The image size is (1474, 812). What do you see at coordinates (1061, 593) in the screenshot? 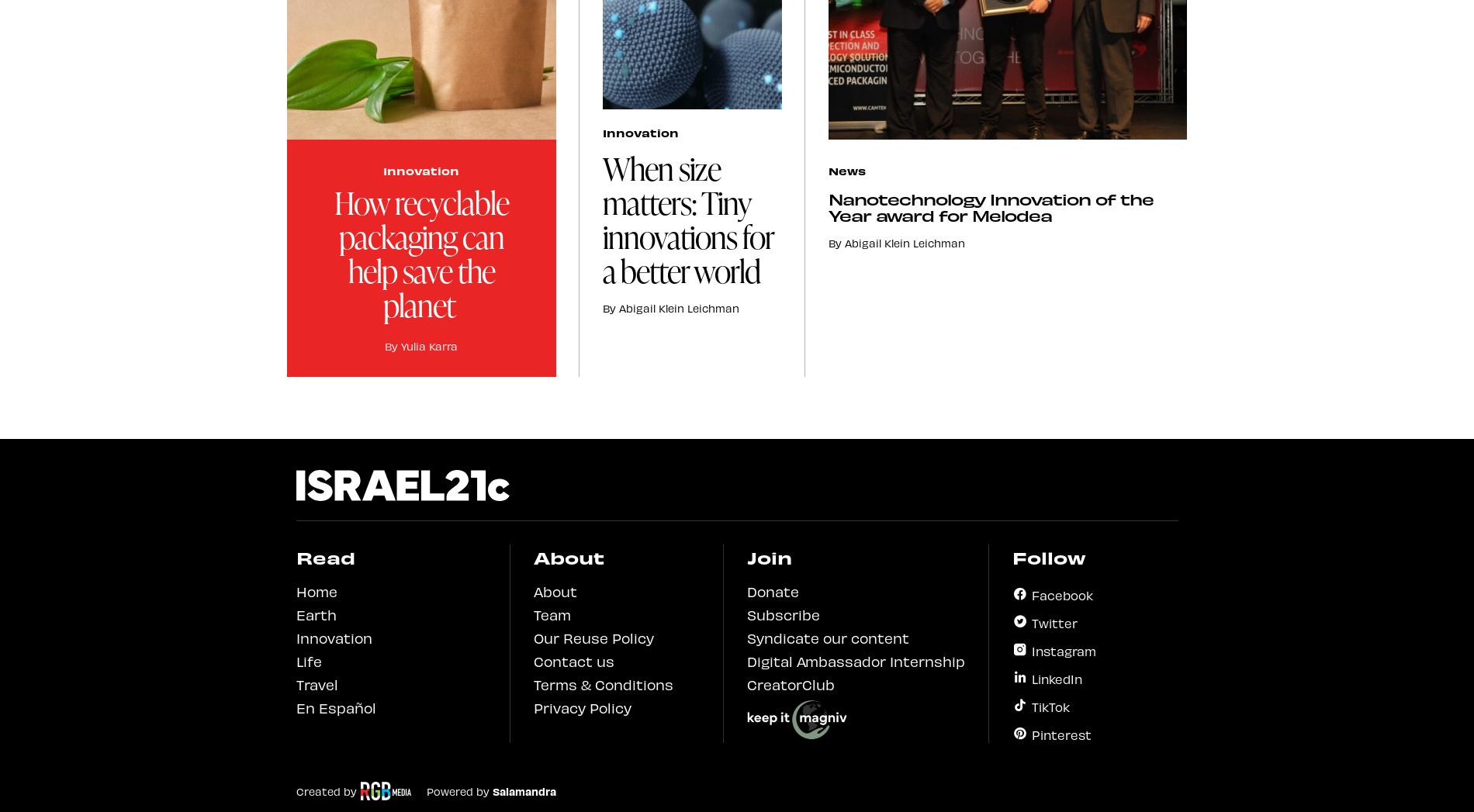
I see `'Facebook'` at bounding box center [1061, 593].